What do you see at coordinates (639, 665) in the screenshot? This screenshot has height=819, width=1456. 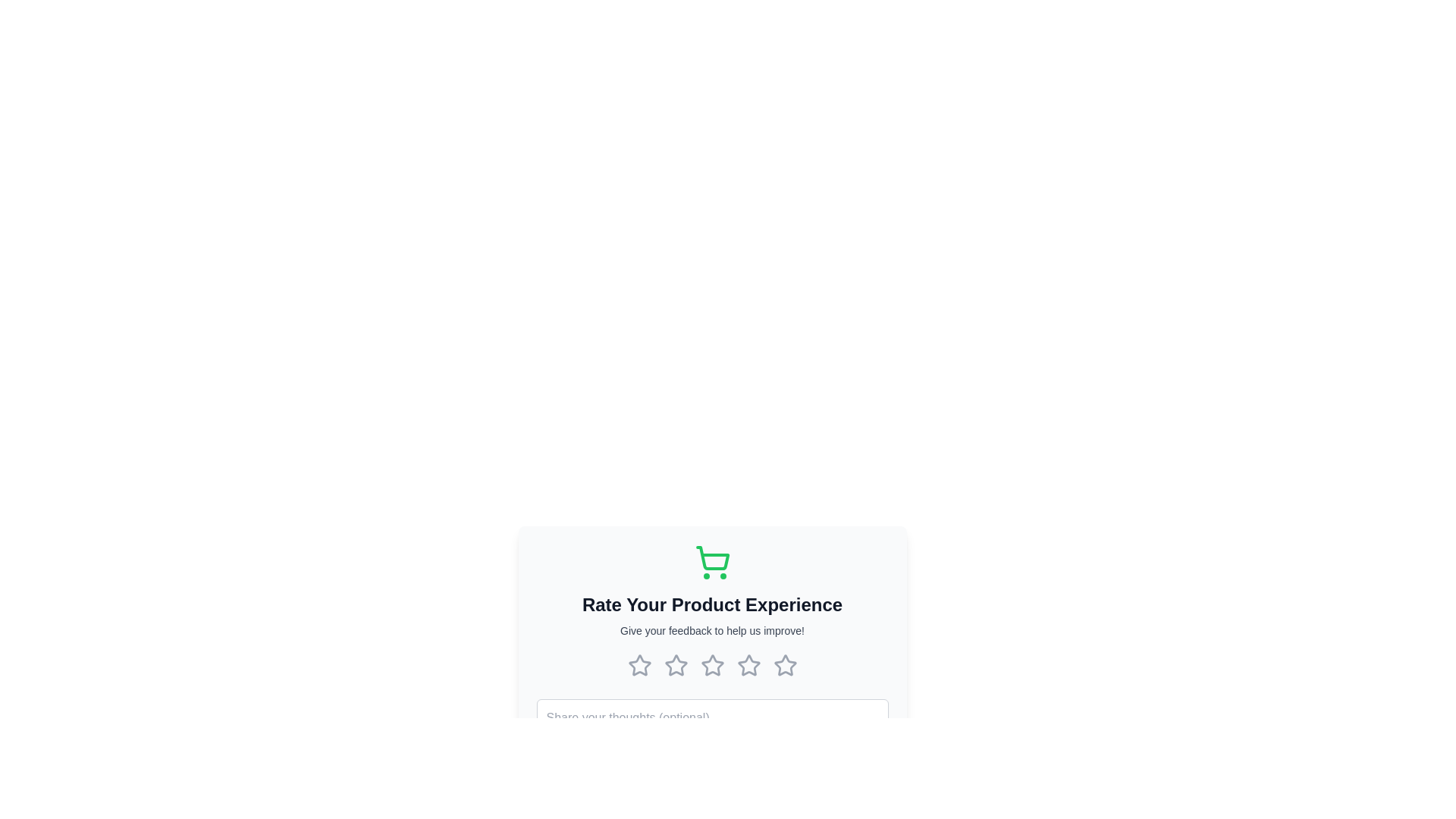 I see `the first star in the interactive rating component, which is a gray star-shaped icon positioned below the title 'Rate Your Product Experience'` at bounding box center [639, 665].